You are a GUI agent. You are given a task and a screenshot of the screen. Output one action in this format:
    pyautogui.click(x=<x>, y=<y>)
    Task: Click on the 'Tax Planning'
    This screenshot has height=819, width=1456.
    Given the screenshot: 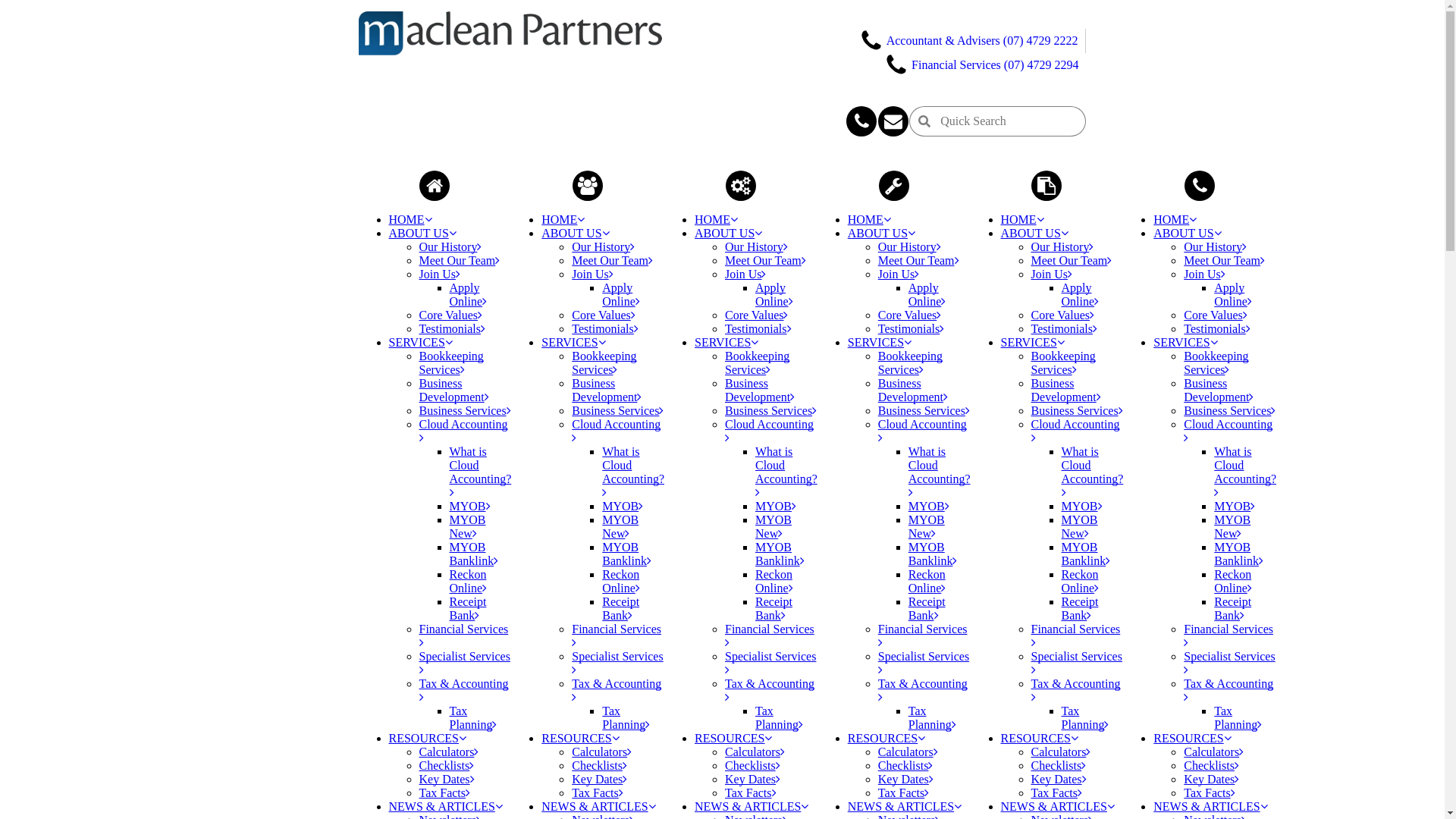 What is the action you would take?
    pyautogui.click(x=1084, y=717)
    